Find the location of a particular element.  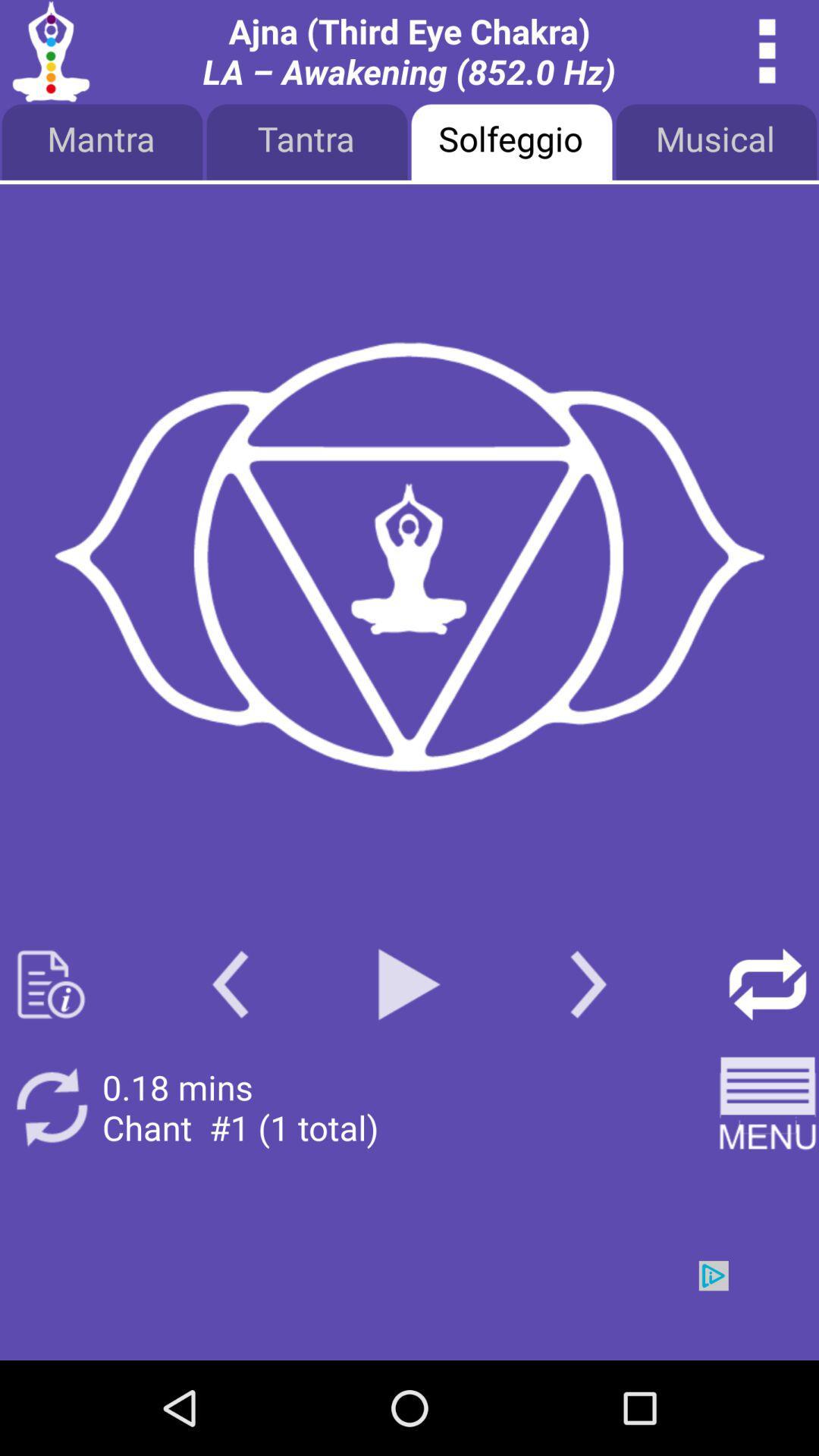

rotate button is located at coordinates (50, 1107).